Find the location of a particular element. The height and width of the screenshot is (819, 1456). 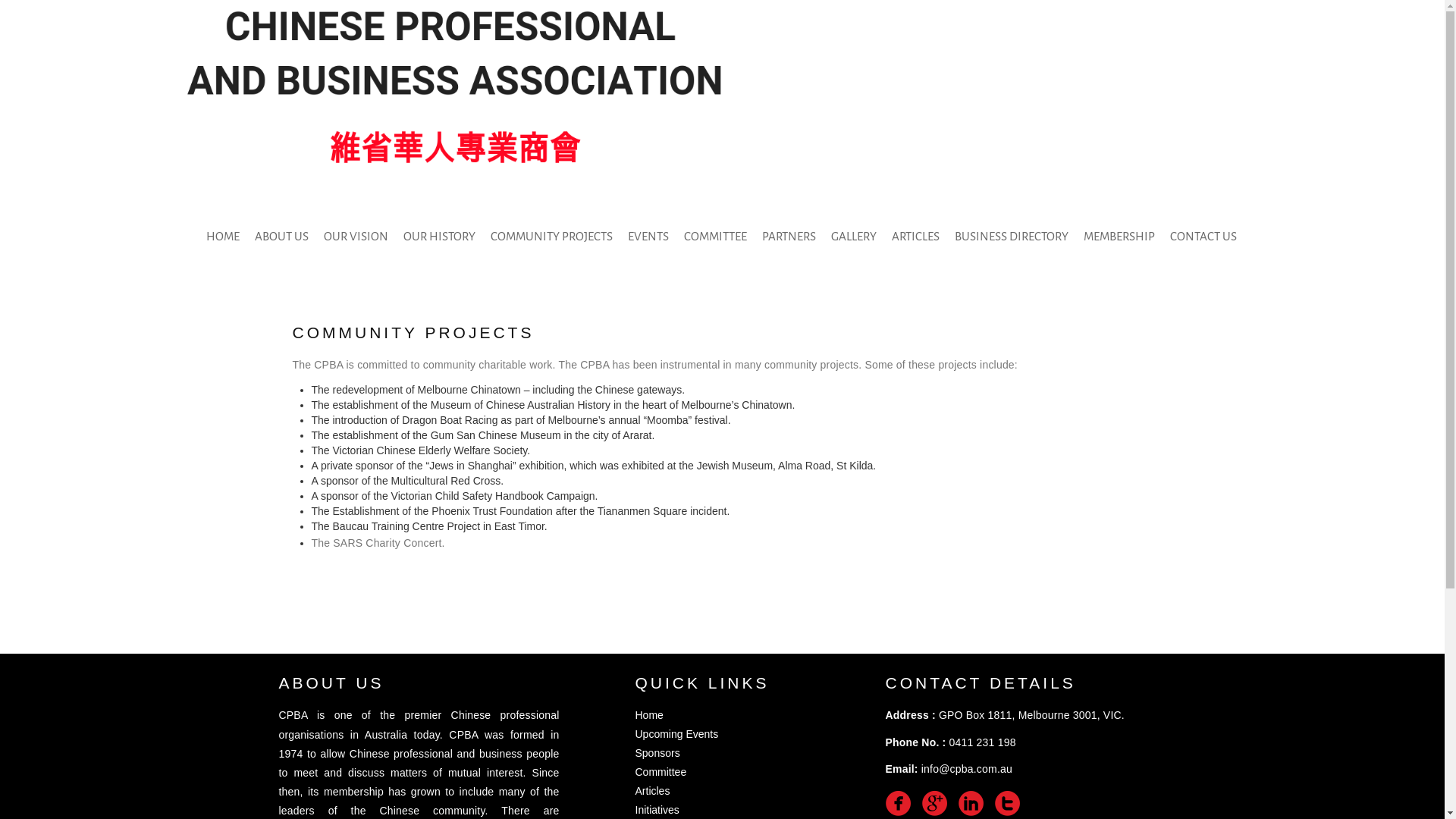

'Committee' is located at coordinates (661, 772).